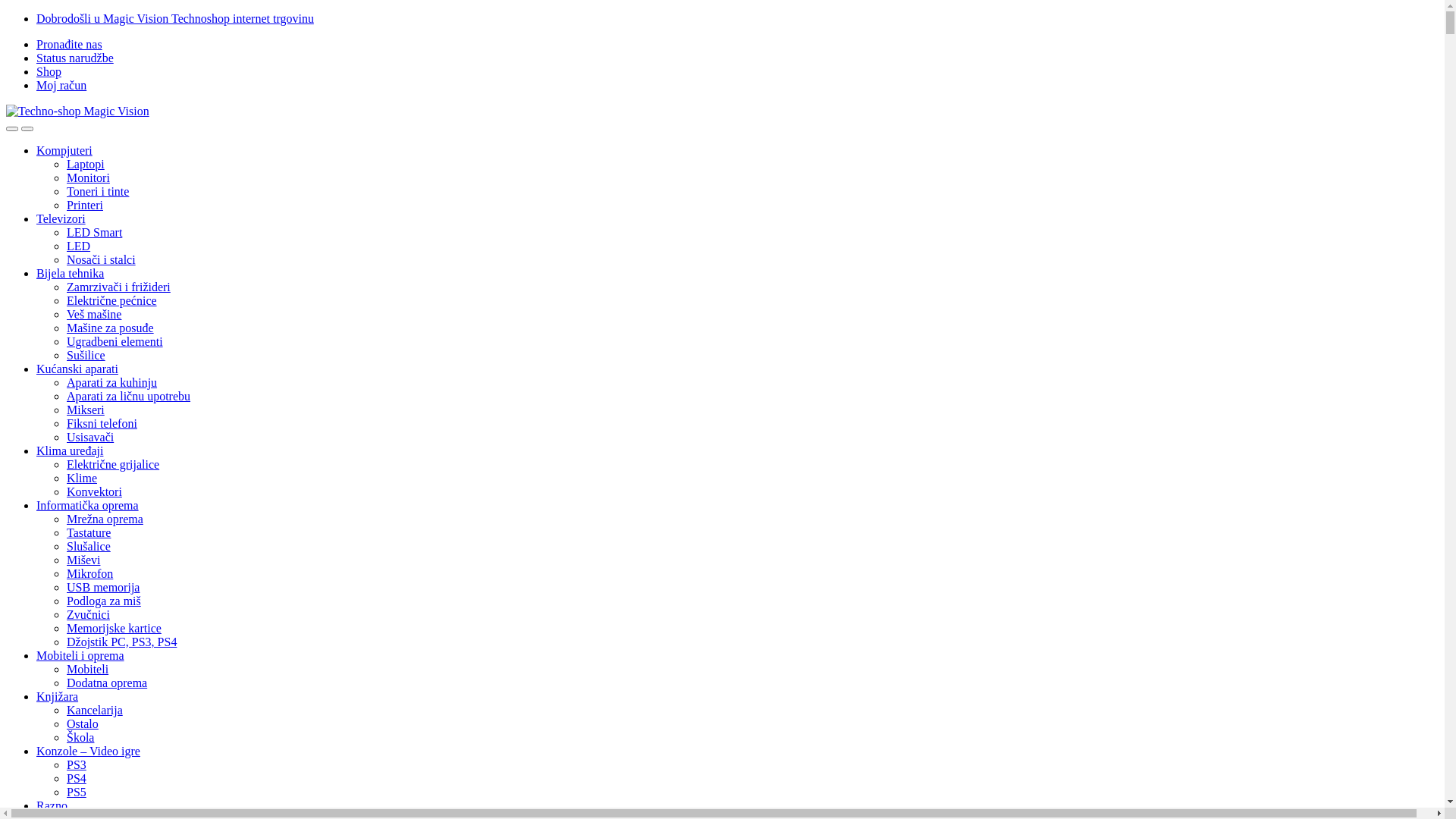 The width and height of the screenshot is (1456, 819). Describe the element at coordinates (114, 341) in the screenshot. I see `'Ugradbeni elementi'` at that location.